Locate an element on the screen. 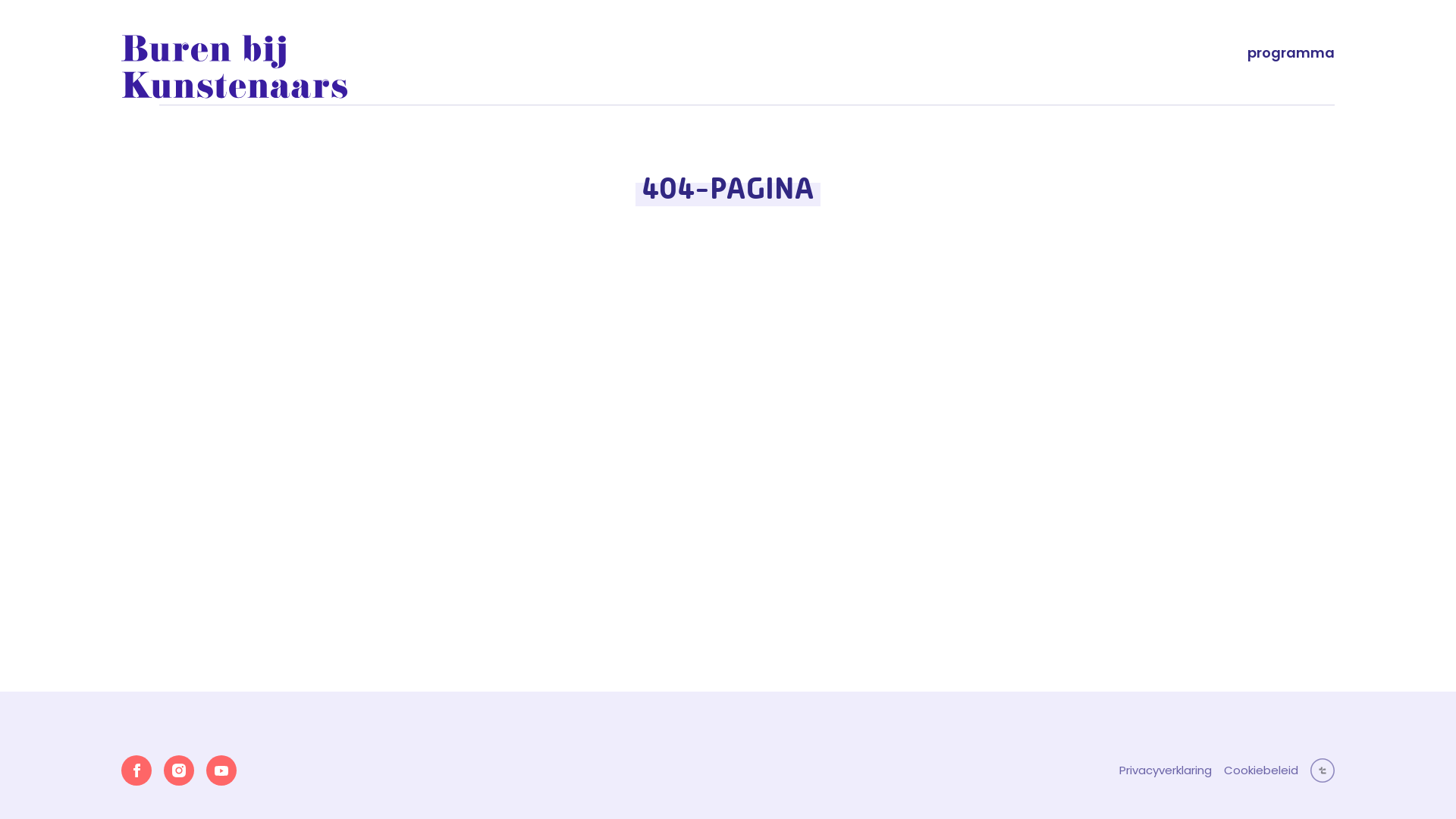 The width and height of the screenshot is (1456, 819). 'Cookiebeleid' is located at coordinates (1260, 770).